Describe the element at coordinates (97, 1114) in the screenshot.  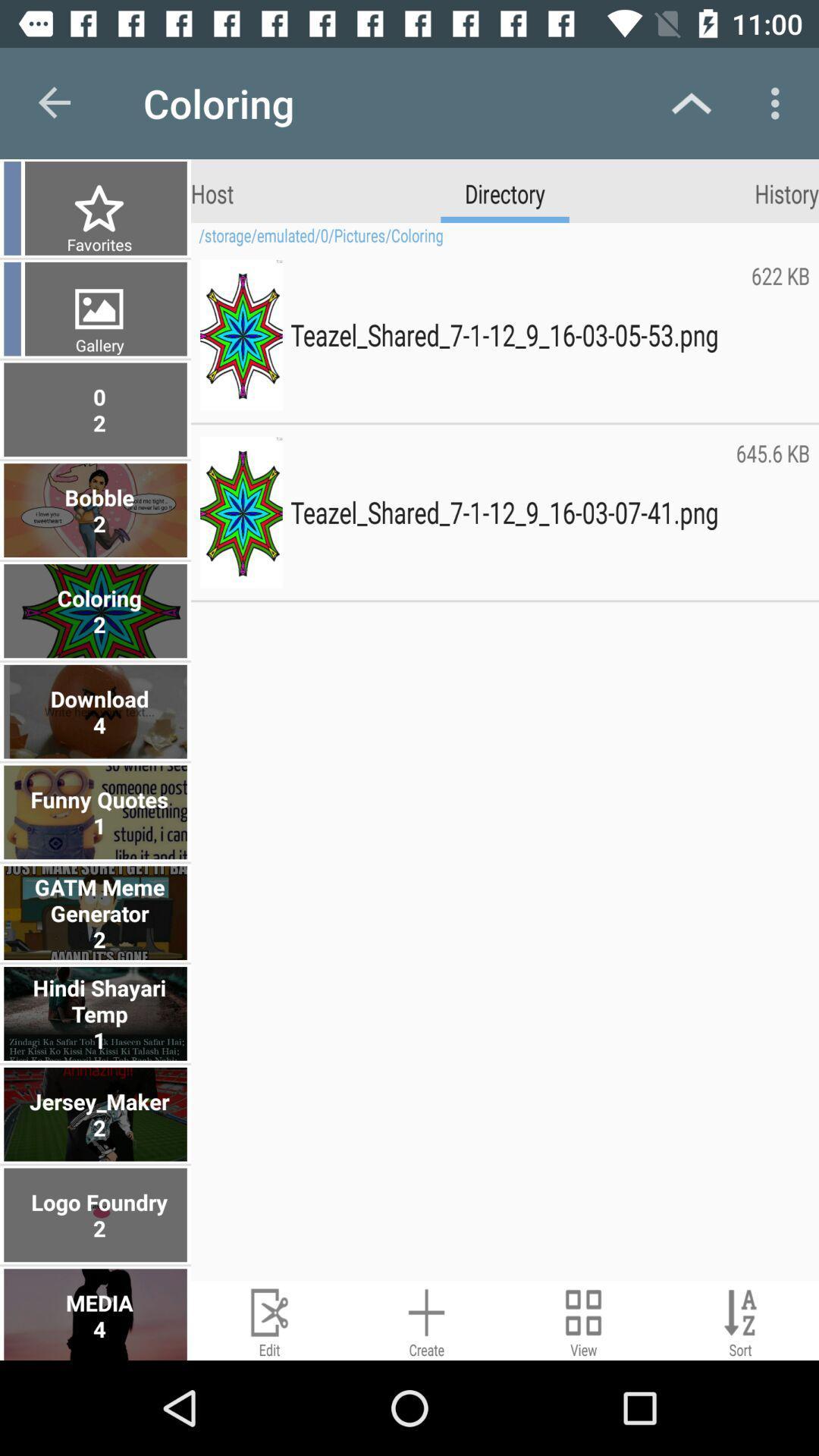
I see `the jersey_maker` at that location.